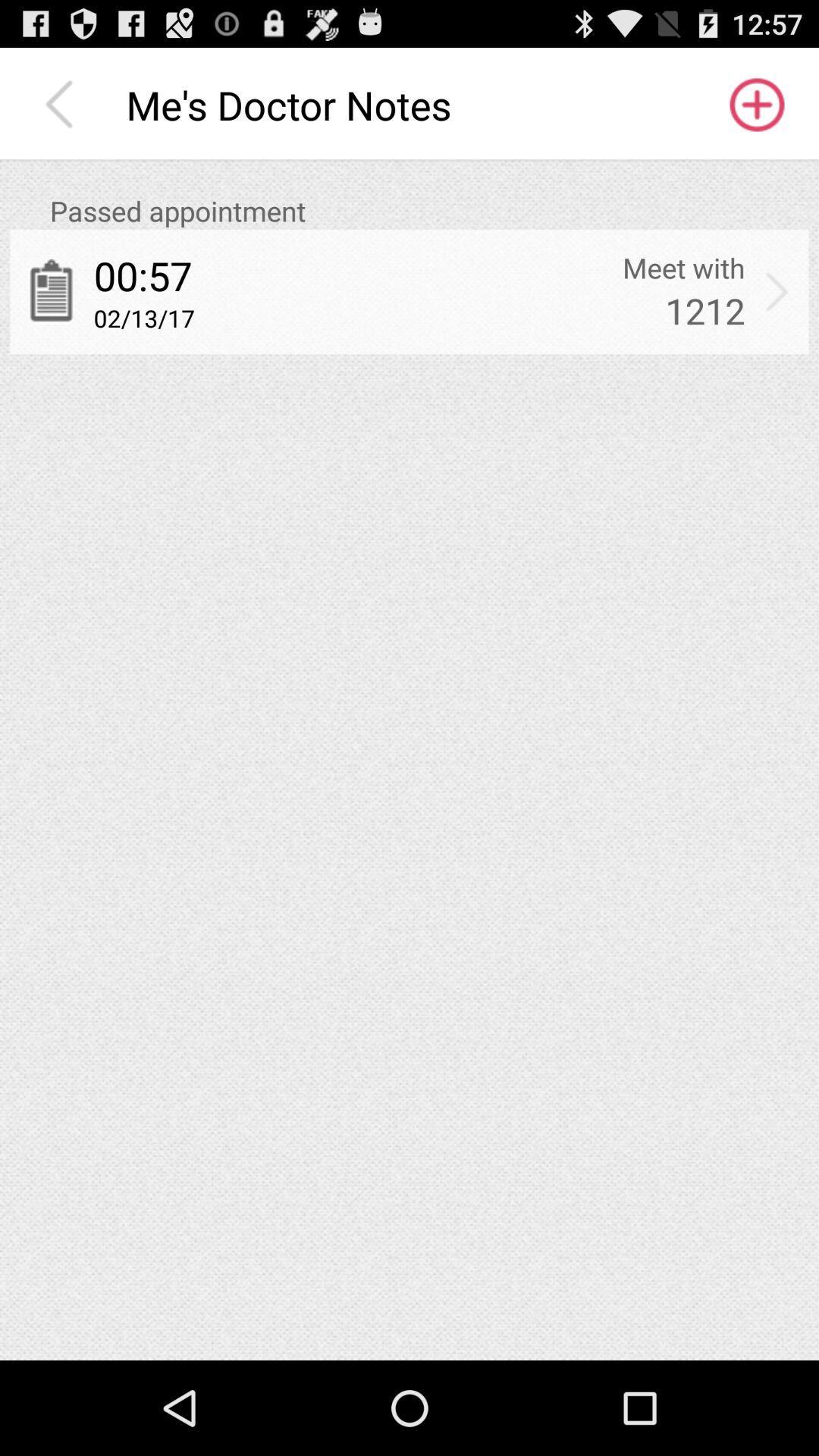 The width and height of the screenshot is (819, 1456). Describe the element at coordinates (62, 104) in the screenshot. I see `icon next to me s doctor icon` at that location.